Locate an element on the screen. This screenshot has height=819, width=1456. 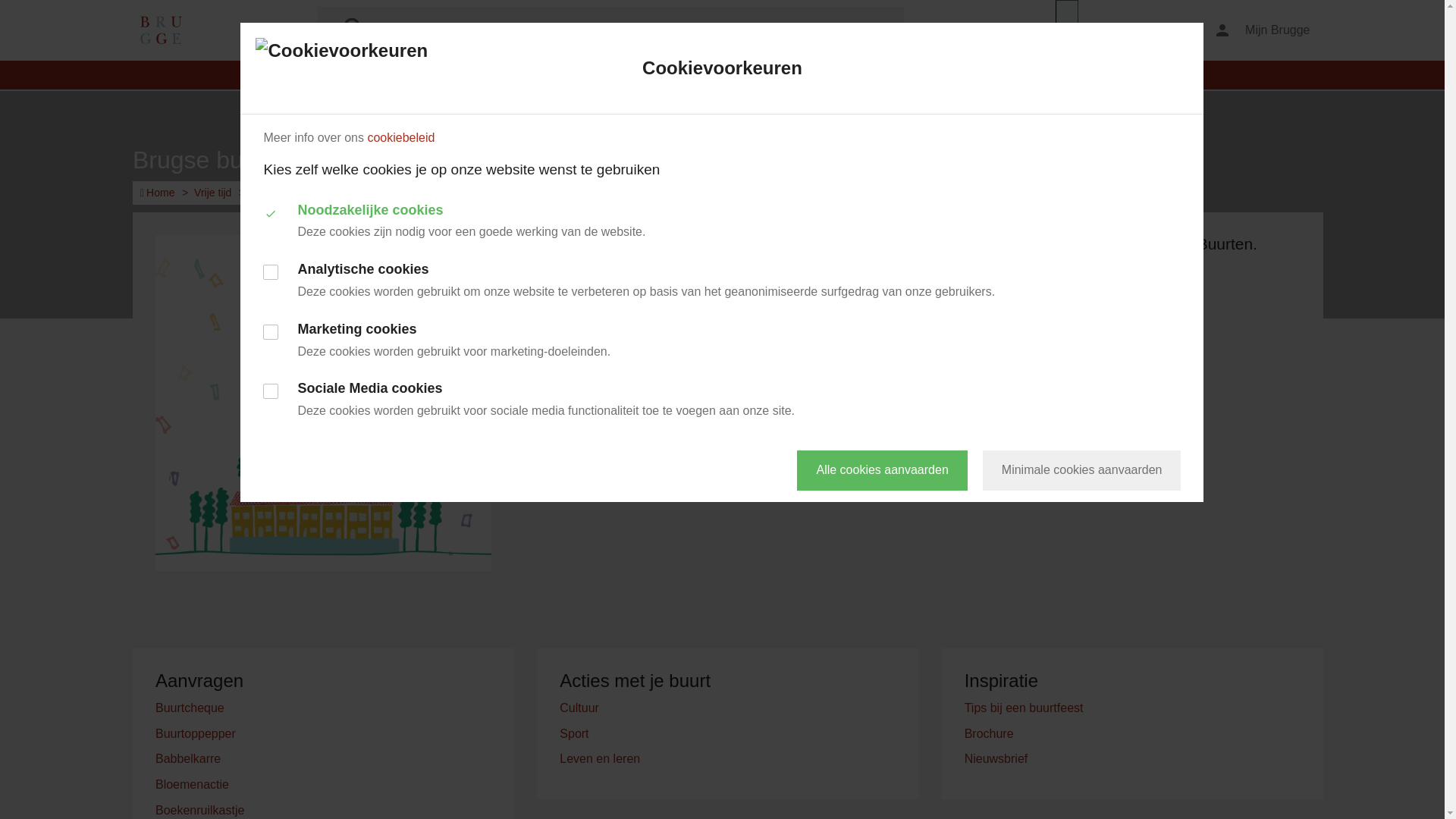
'Buurtcheque' is located at coordinates (155, 708).